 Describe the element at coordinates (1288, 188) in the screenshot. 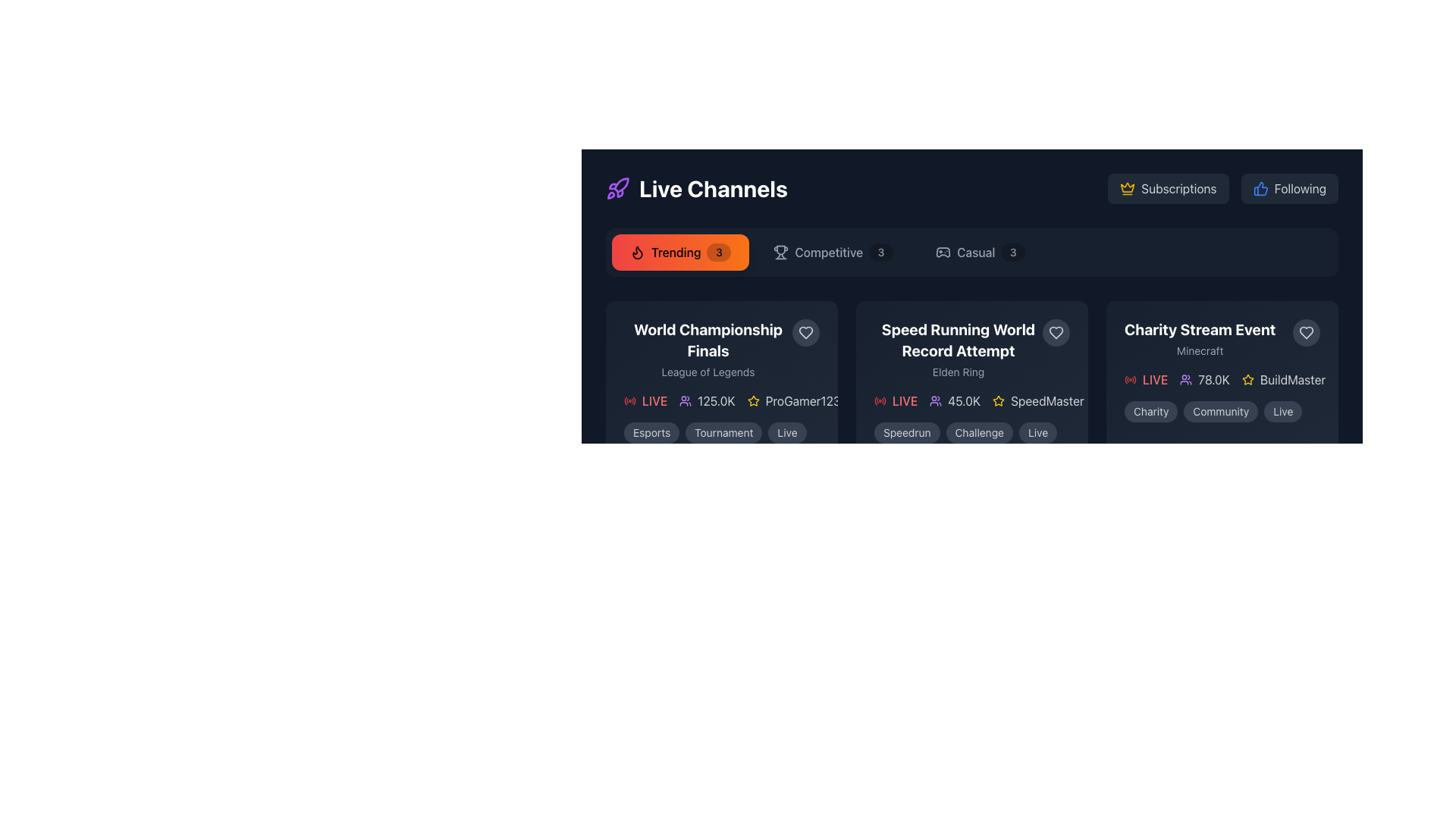

I see `the 'Following' button, which is the second button on the right side of the navigation bar, featuring a dark gray background, rounded edges, a blue thumbs-up icon, and light gray text` at that location.